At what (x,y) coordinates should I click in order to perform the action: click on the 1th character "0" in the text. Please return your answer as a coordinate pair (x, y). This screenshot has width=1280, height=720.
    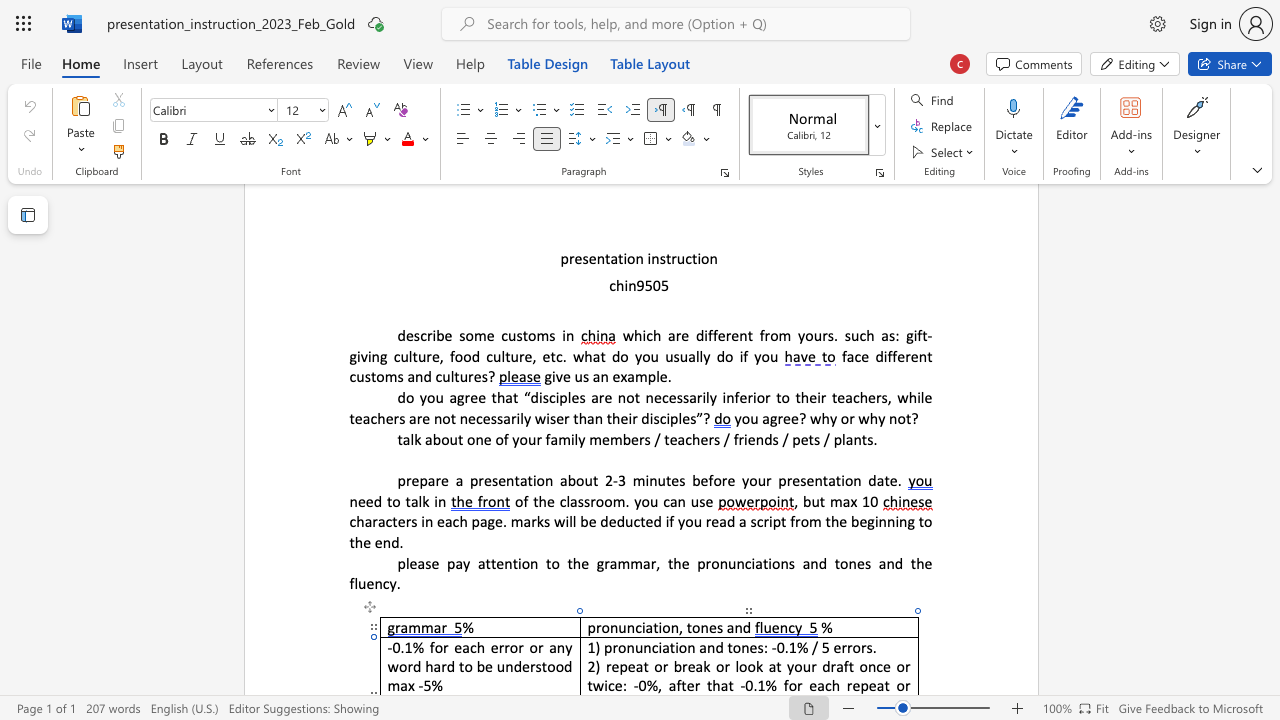
    Looking at the image, I should click on (779, 647).